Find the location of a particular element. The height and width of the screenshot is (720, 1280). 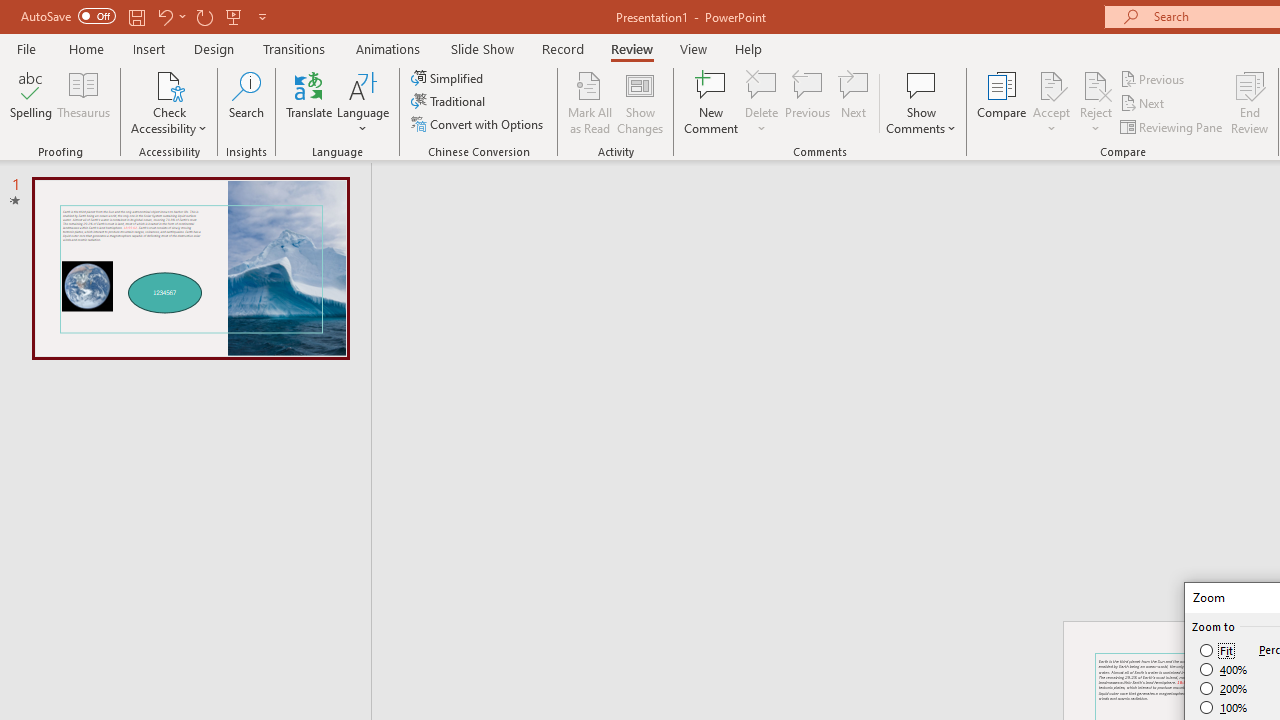

'Accept' is located at coordinates (1050, 103).